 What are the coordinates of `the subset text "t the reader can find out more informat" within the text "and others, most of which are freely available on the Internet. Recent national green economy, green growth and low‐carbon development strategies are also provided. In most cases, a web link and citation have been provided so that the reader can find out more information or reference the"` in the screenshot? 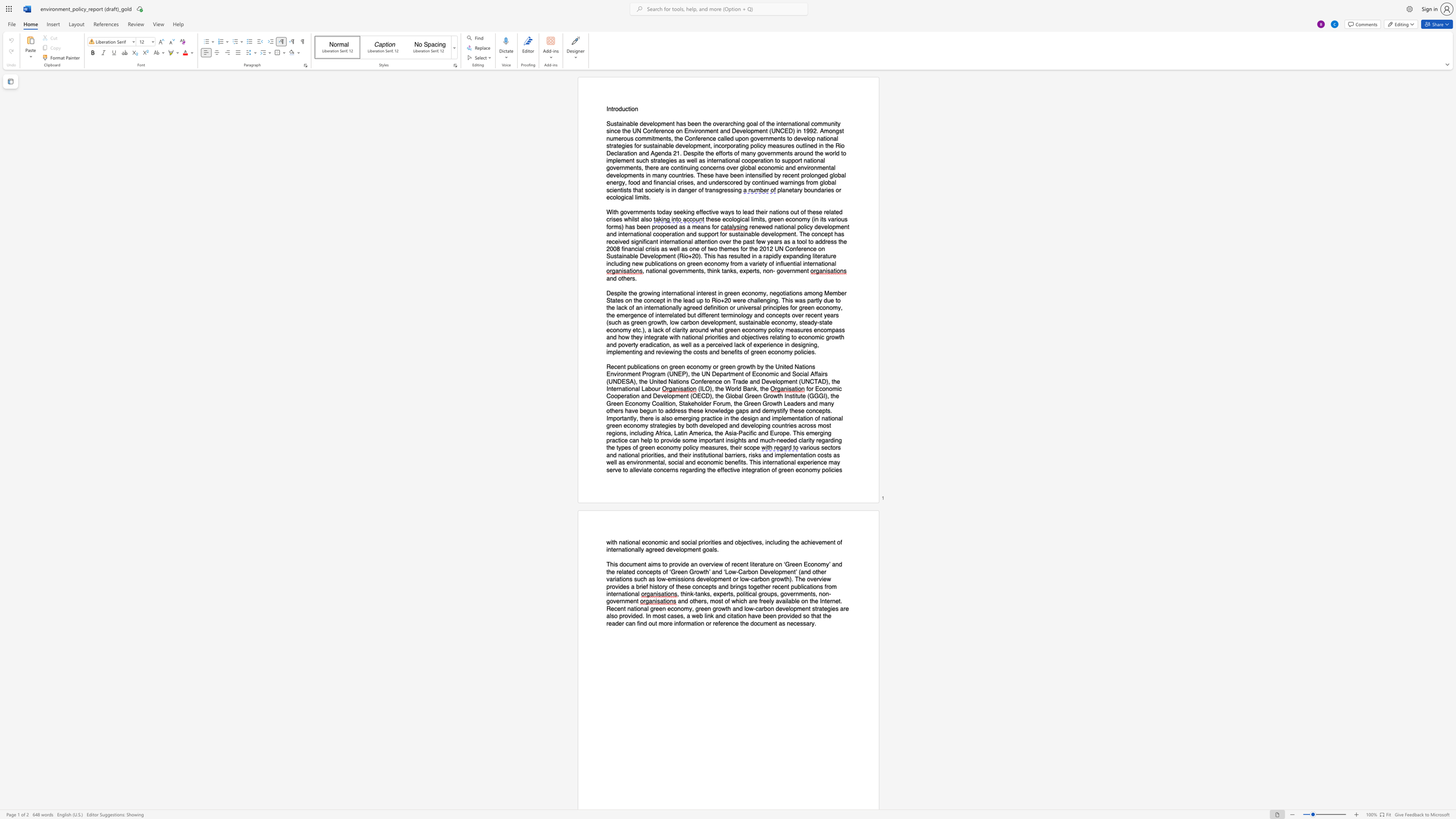 It's located at (819, 616).